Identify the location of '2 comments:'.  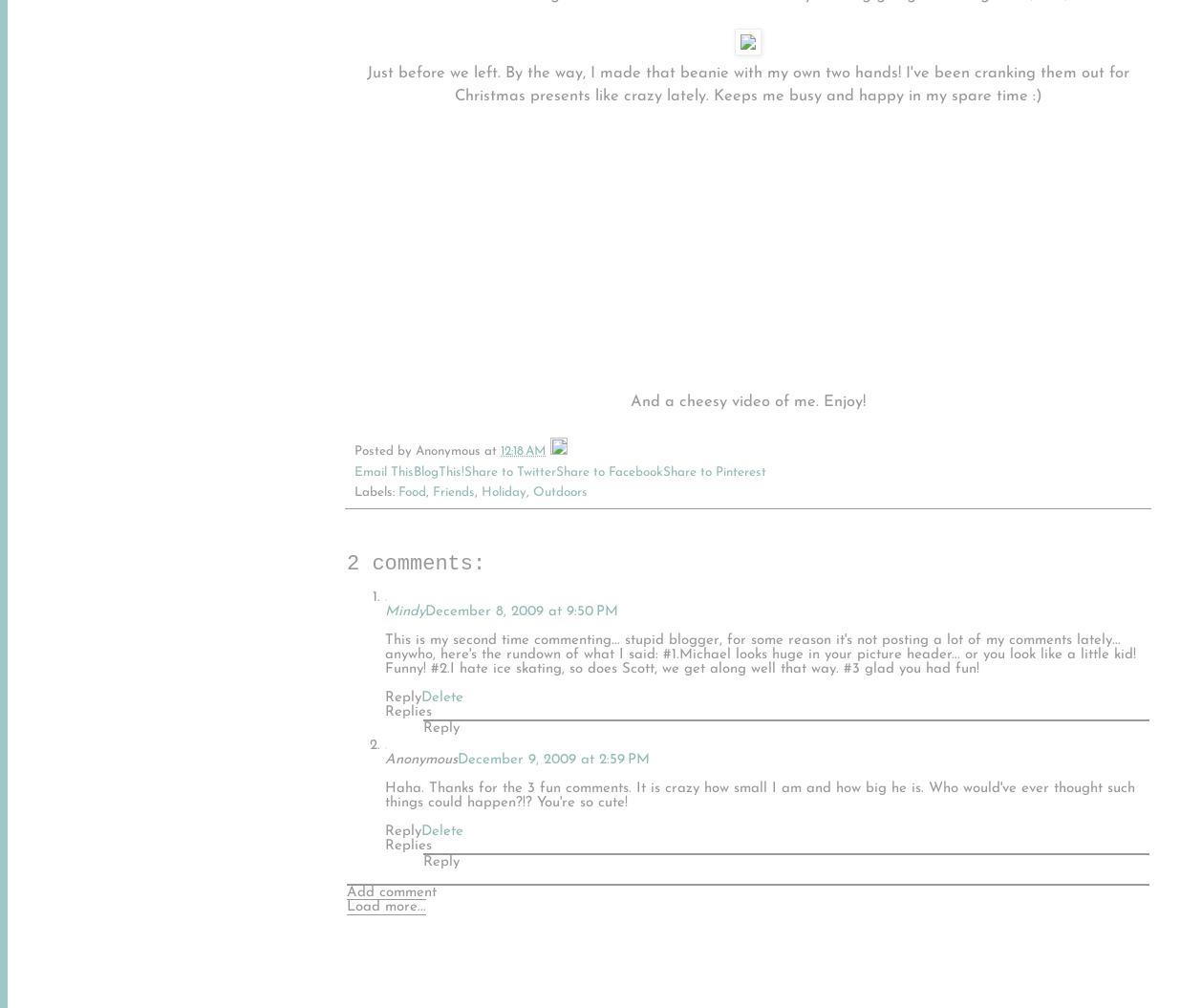
(346, 563).